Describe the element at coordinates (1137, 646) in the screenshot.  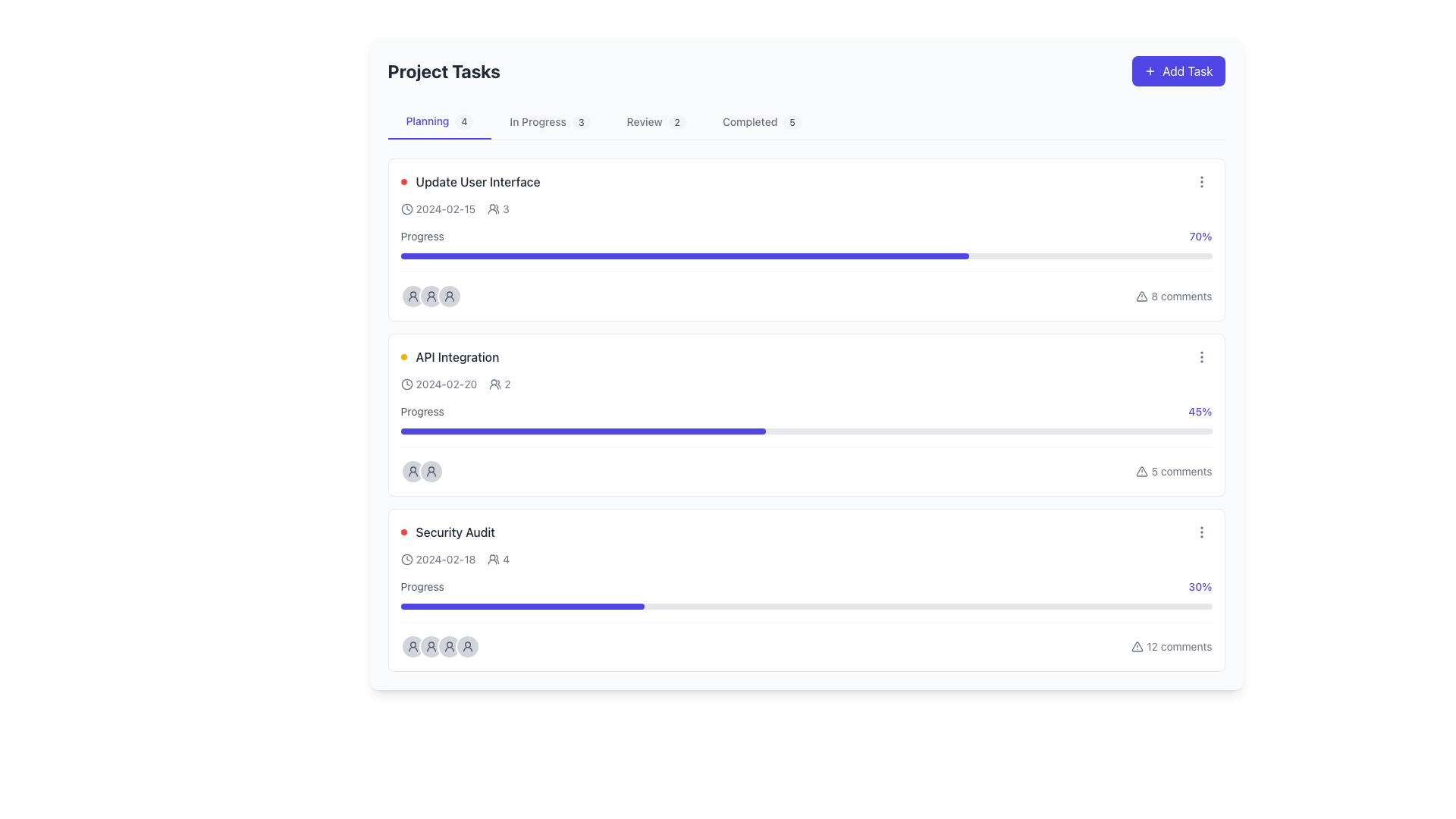
I see `the warning icon located at the bottom-right corner of the 'Security Audit' task item in the 'Project Tasks' interface, which signifies a warning or alert` at that location.